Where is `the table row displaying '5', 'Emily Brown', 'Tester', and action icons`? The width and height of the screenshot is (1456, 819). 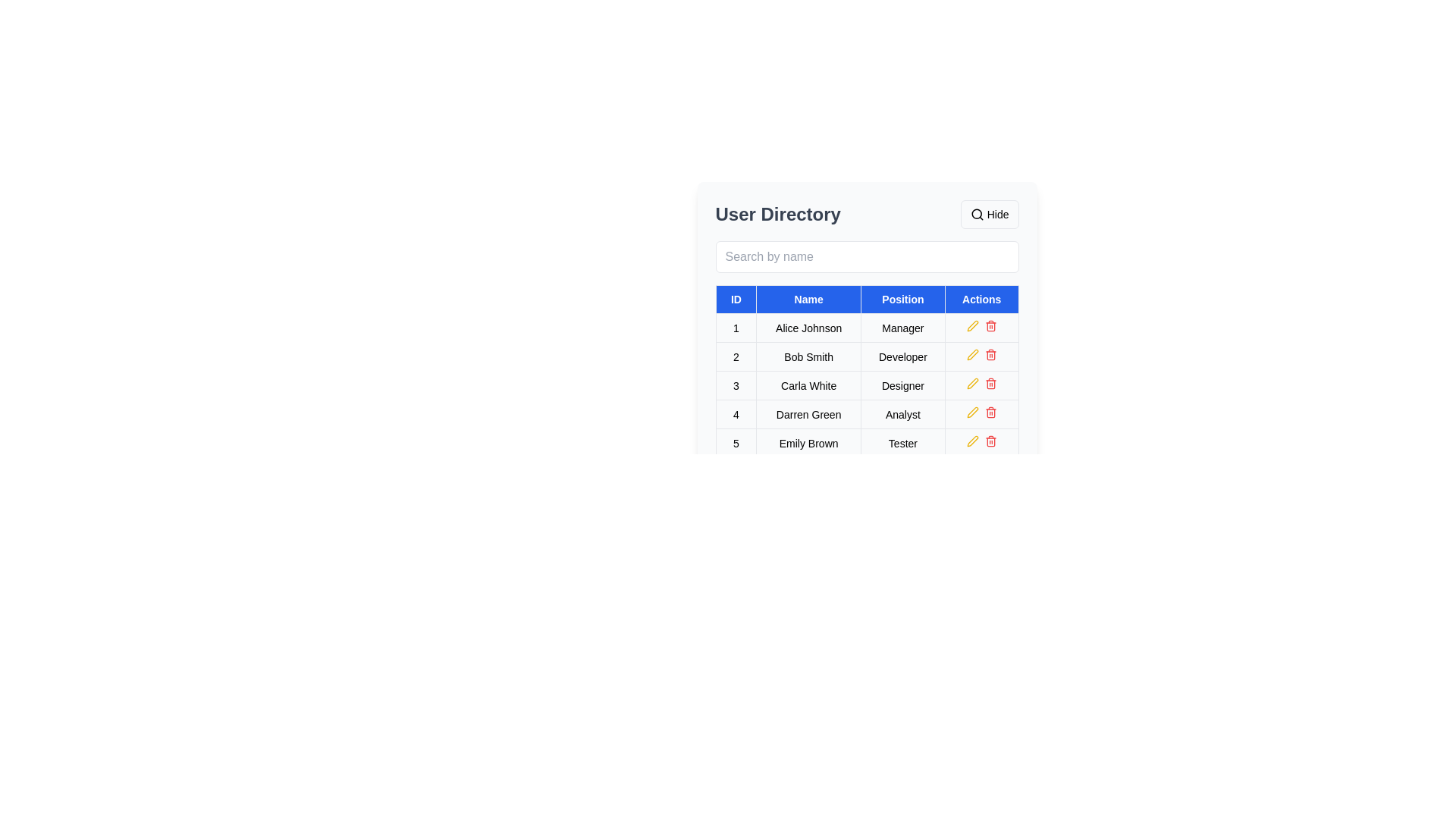 the table row displaying '5', 'Emily Brown', 'Tester', and action icons is located at coordinates (867, 443).